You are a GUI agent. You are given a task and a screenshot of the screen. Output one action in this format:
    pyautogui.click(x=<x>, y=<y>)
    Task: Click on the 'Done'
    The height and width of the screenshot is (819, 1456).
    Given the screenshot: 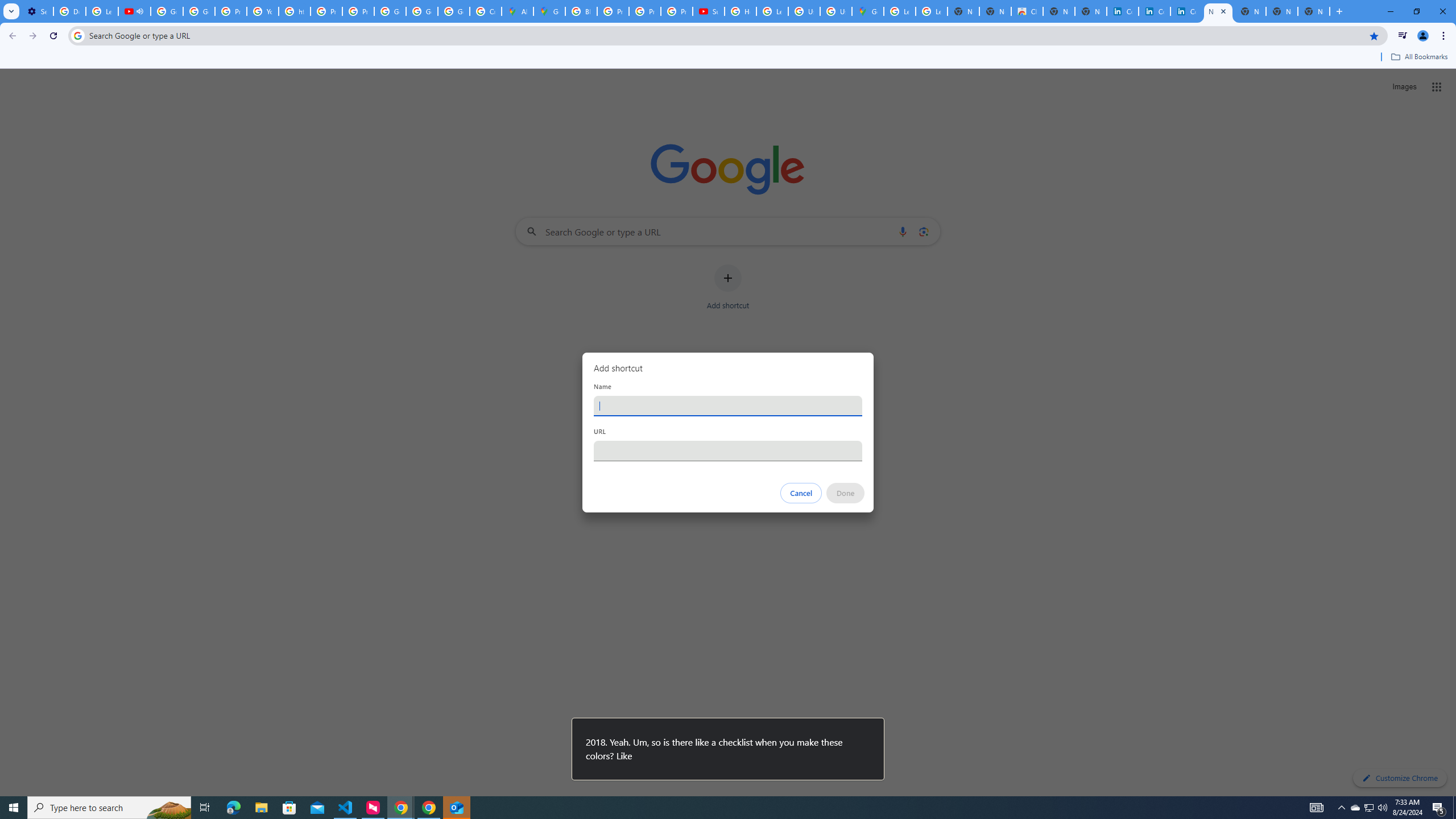 What is the action you would take?
    pyautogui.click(x=846, y=493)
    